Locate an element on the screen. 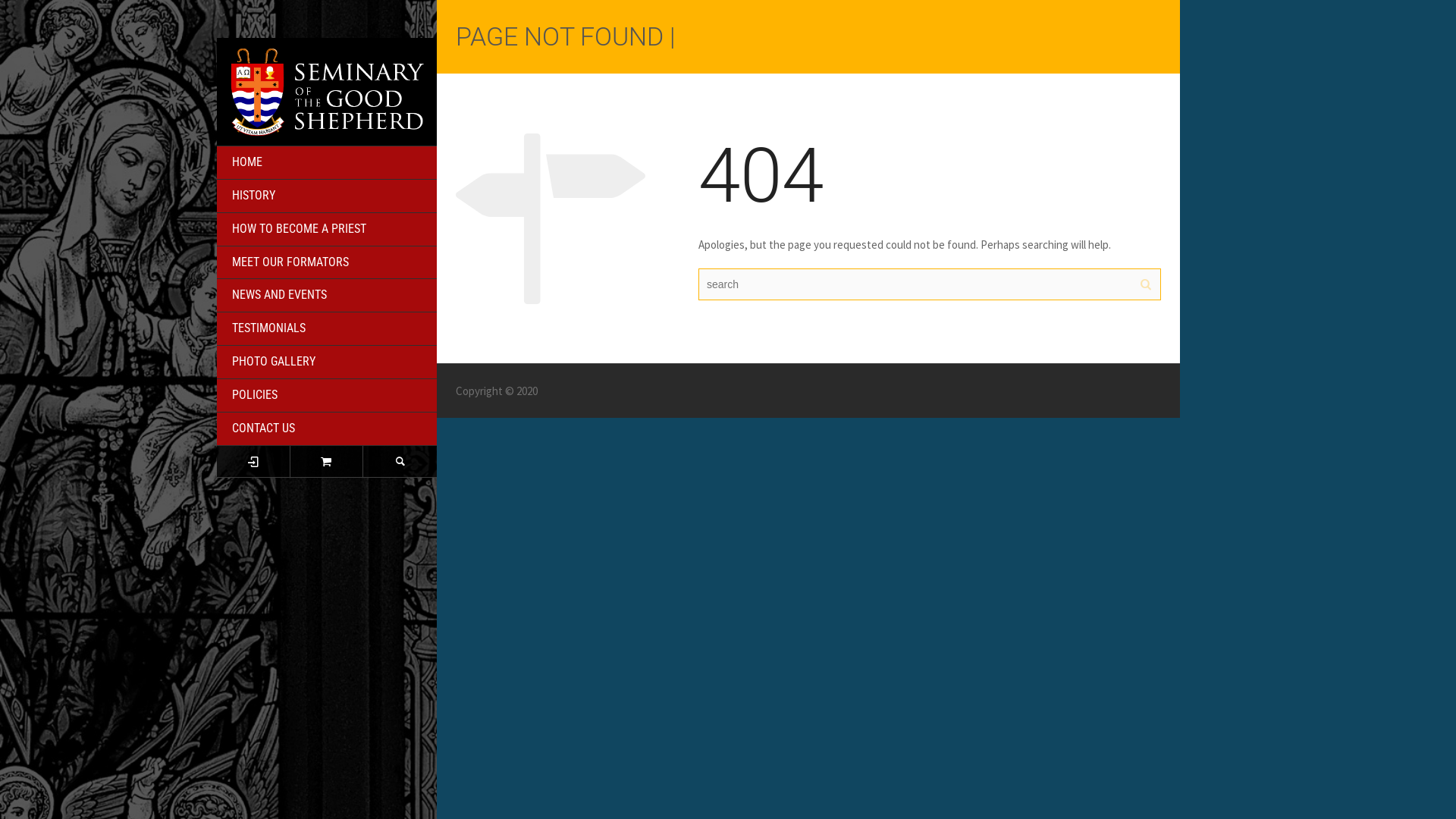 The width and height of the screenshot is (1456, 819). 'HISTORY' is located at coordinates (216, 195).